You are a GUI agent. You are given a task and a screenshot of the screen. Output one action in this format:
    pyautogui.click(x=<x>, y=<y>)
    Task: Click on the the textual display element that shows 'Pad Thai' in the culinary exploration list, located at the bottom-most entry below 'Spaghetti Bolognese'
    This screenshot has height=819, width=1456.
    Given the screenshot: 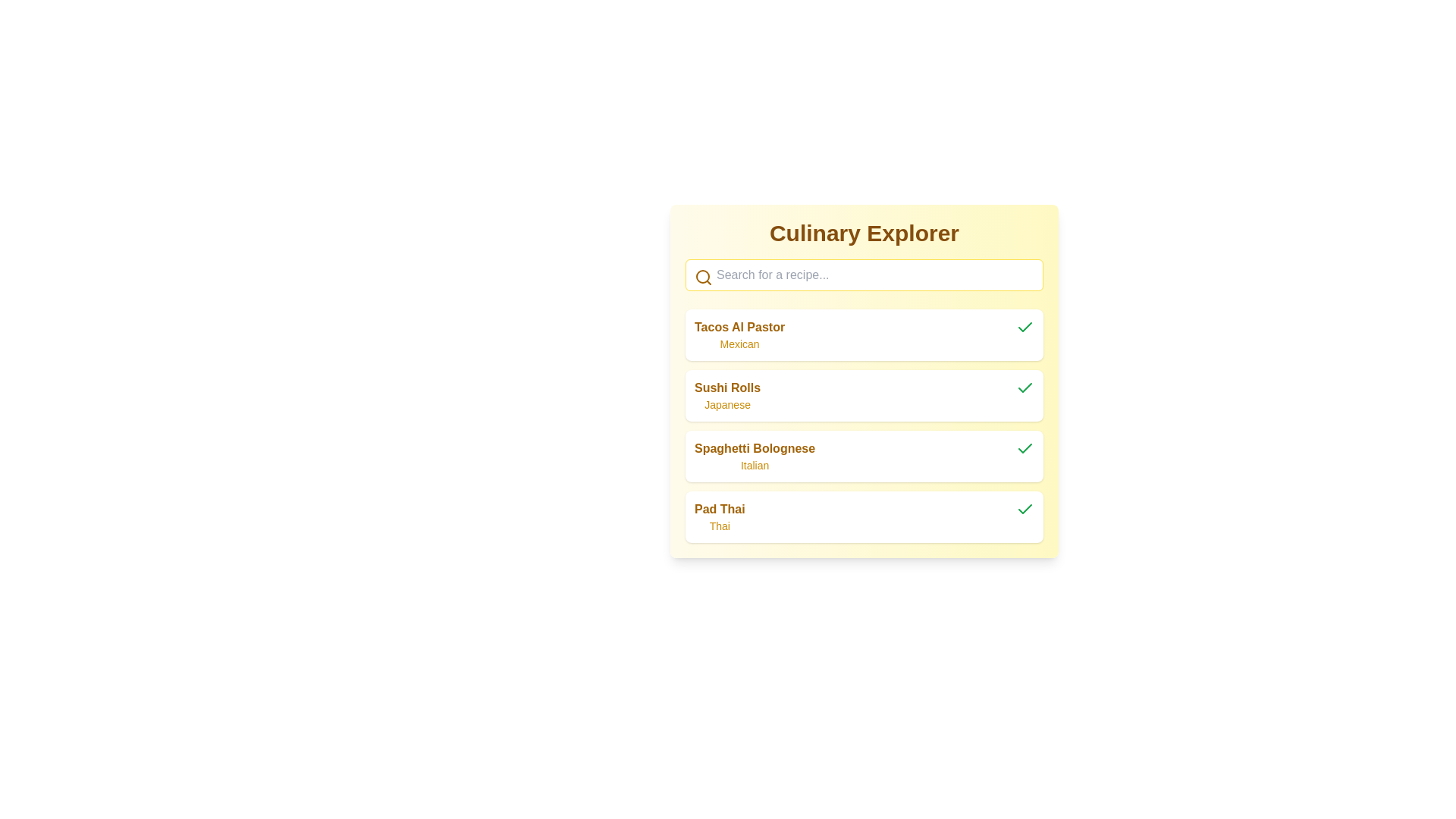 What is the action you would take?
    pyautogui.click(x=719, y=516)
    